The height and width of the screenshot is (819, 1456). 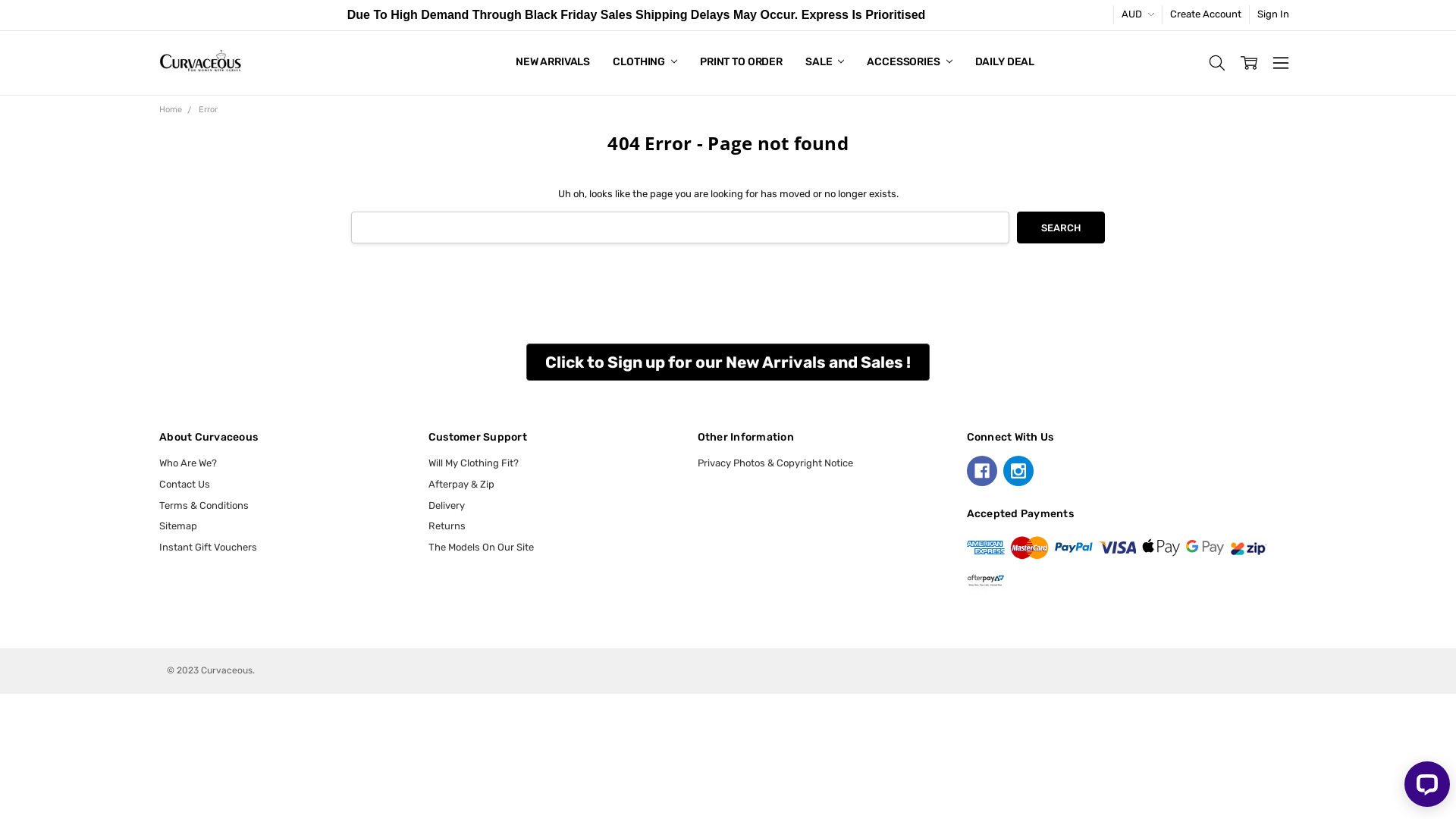 I want to click on 'The Models On Our Site', so click(x=428, y=547).